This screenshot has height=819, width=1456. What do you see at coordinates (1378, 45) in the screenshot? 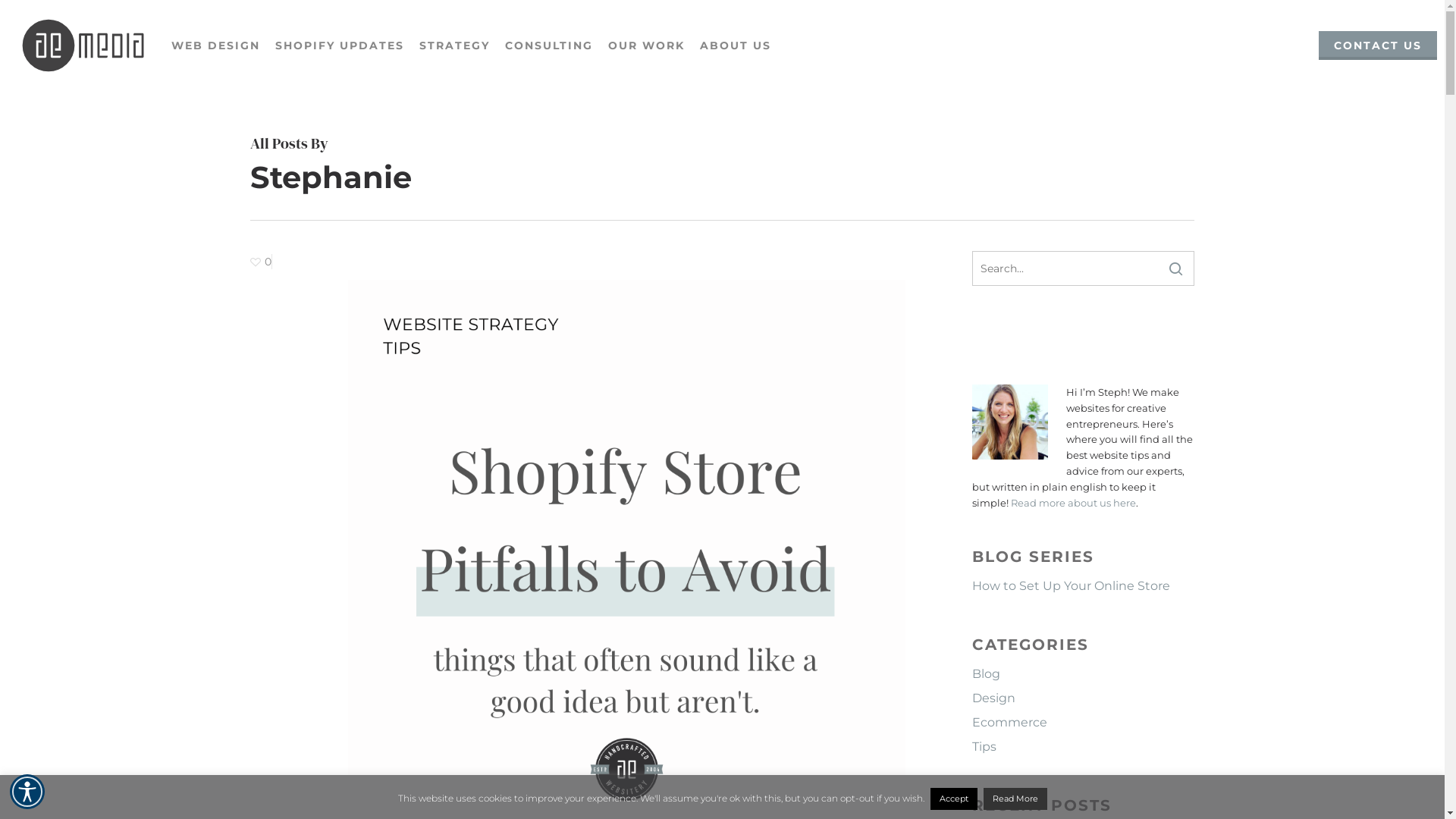
I see `'CONTACT US'` at bounding box center [1378, 45].